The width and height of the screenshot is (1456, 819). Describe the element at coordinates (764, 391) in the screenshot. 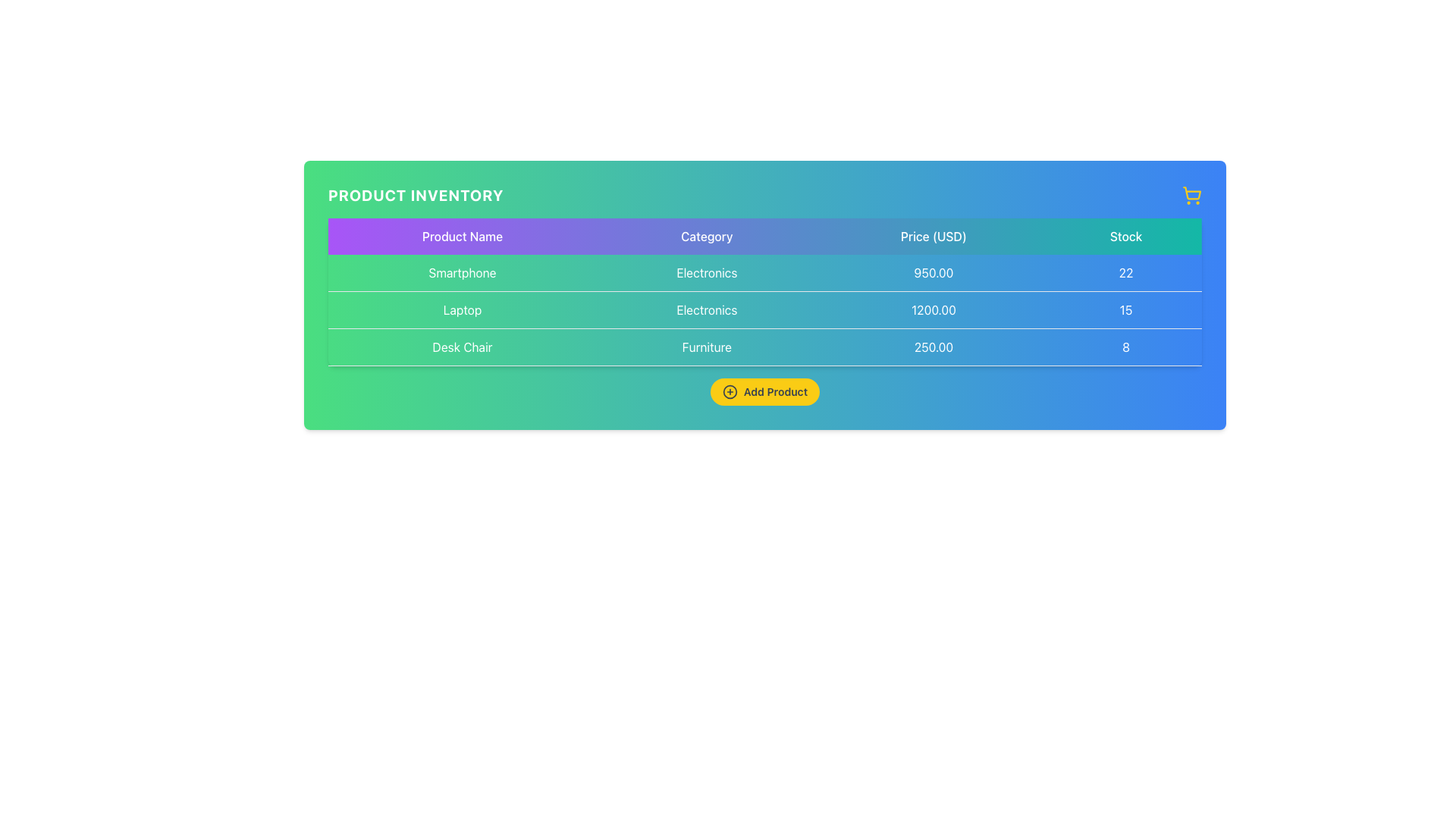

I see `the yellow rounded button labeled 'Add Product' located at the bottom center of the interface` at that location.